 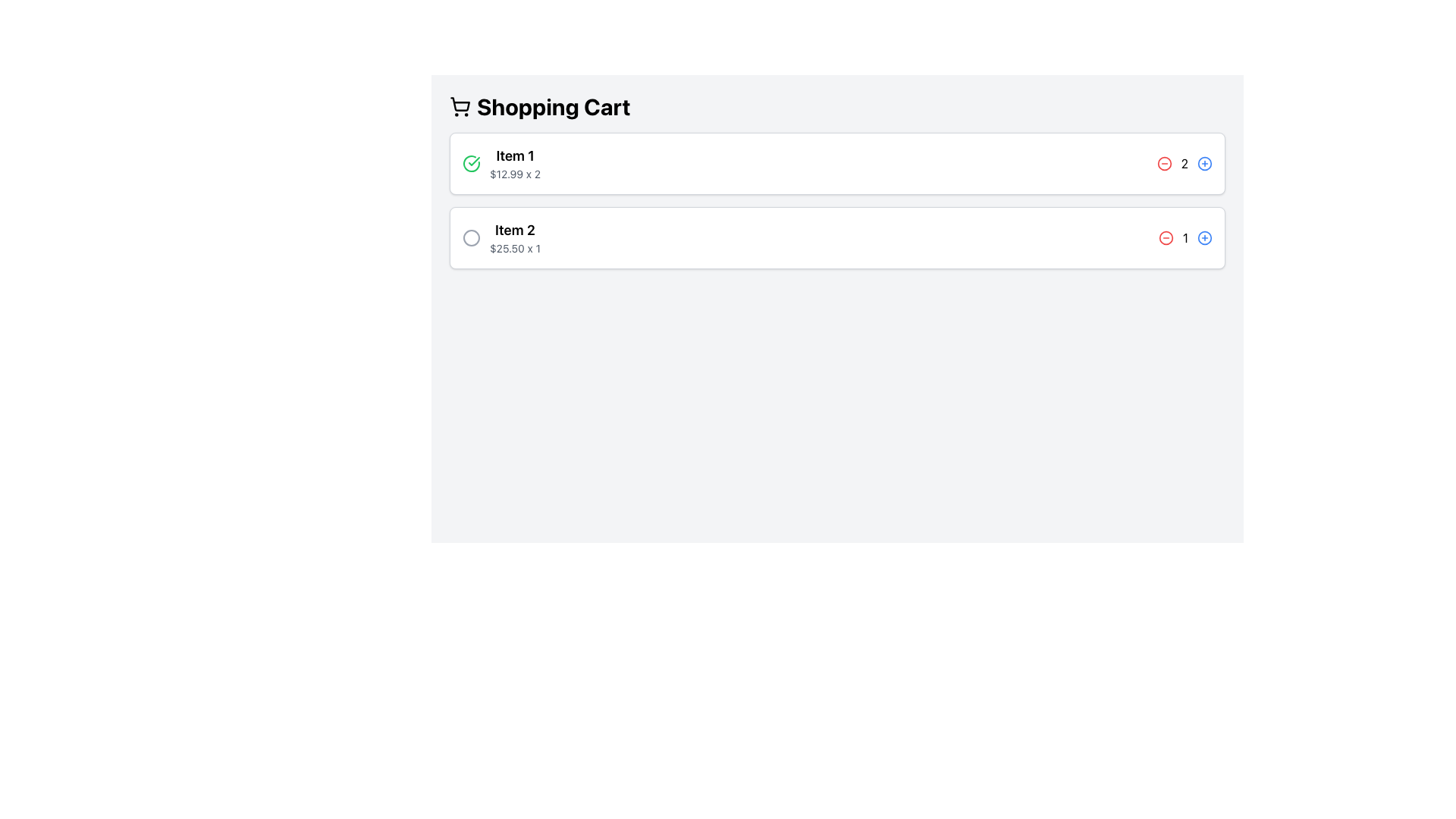 I want to click on the second item in the shopping cart interface that displays 'Item 2' in bold above '$25.50 x 1', aligned to the right of a circular gray icon, so click(x=501, y=237).